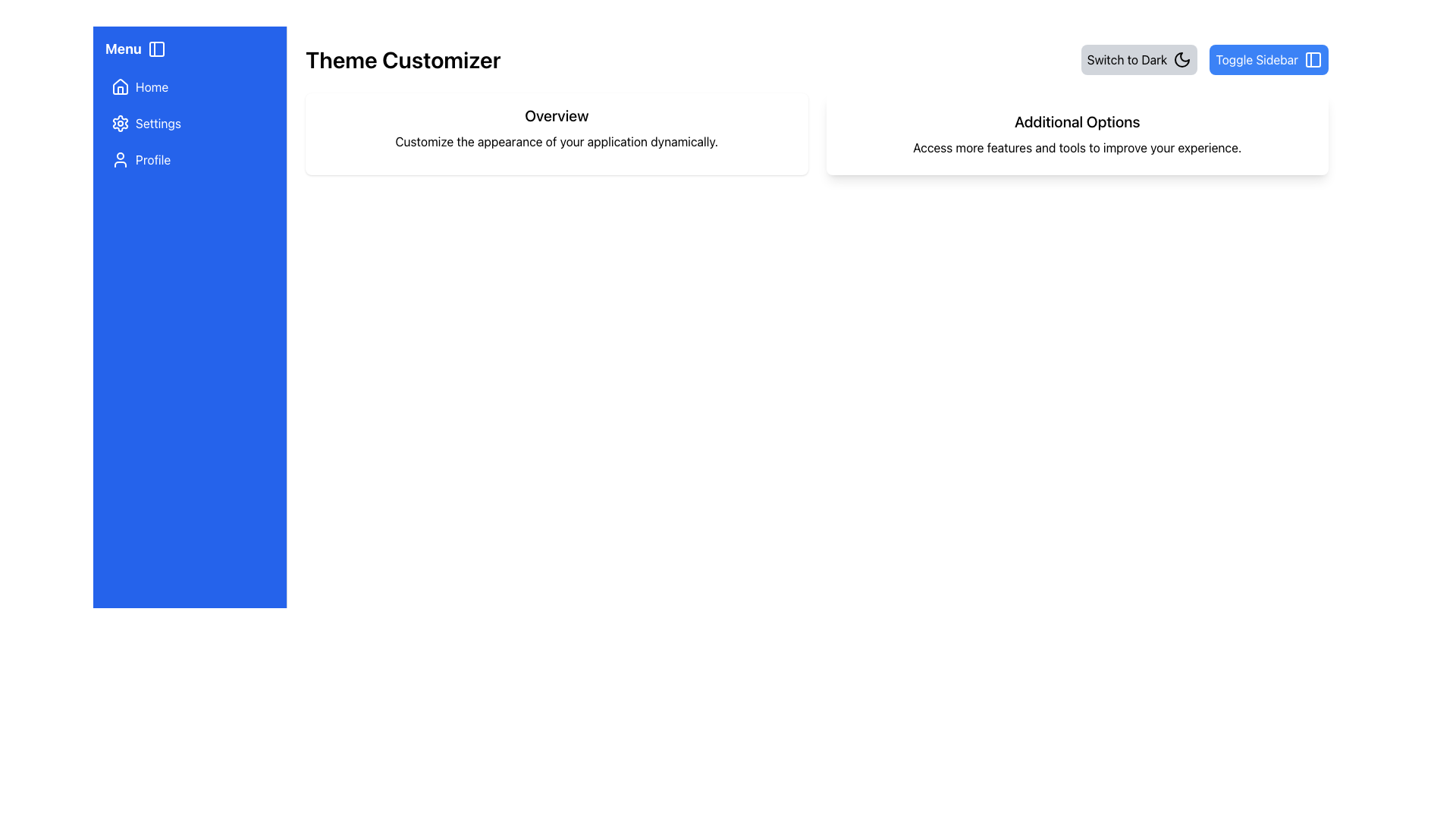 The image size is (1456, 819). What do you see at coordinates (189, 122) in the screenshot?
I see `the settings button located in the vertical navigation menu, which is the second item below the 'Home' button and above the 'Profile' button` at bounding box center [189, 122].